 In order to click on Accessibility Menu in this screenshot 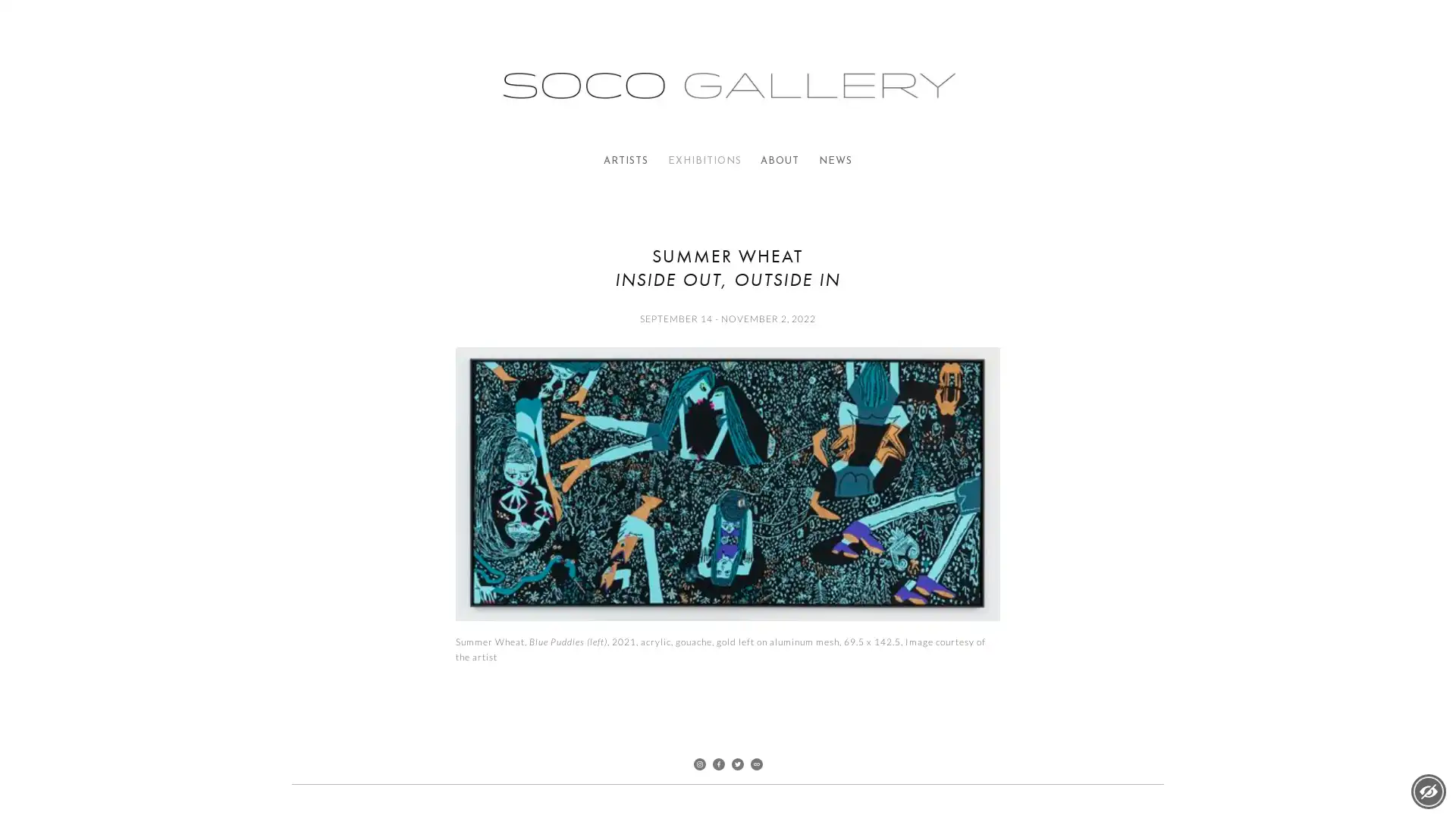, I will do `click(1427, 791)`.